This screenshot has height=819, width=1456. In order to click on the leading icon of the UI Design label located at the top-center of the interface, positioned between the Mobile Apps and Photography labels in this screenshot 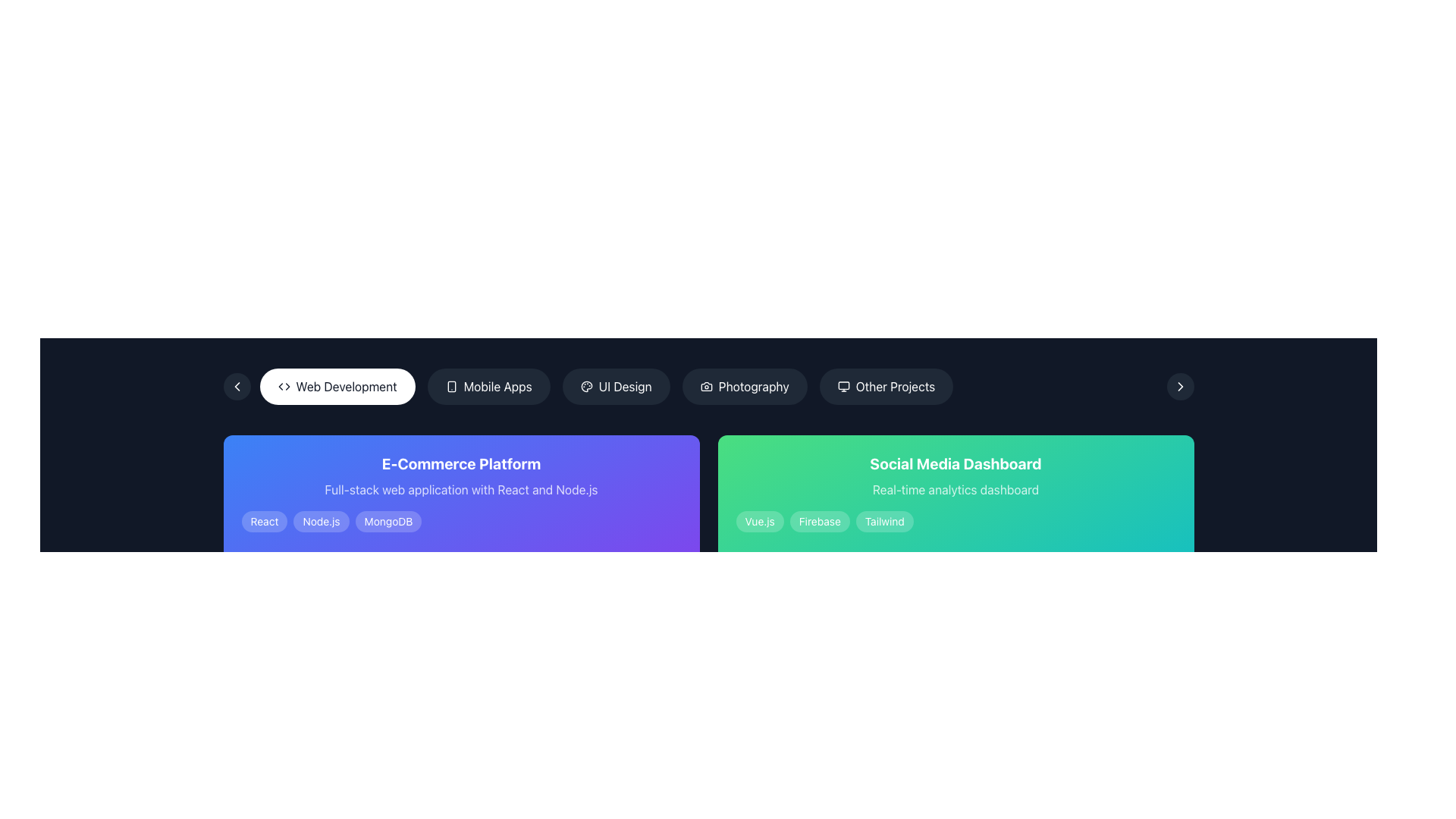, I will do `click(585, 385)`.